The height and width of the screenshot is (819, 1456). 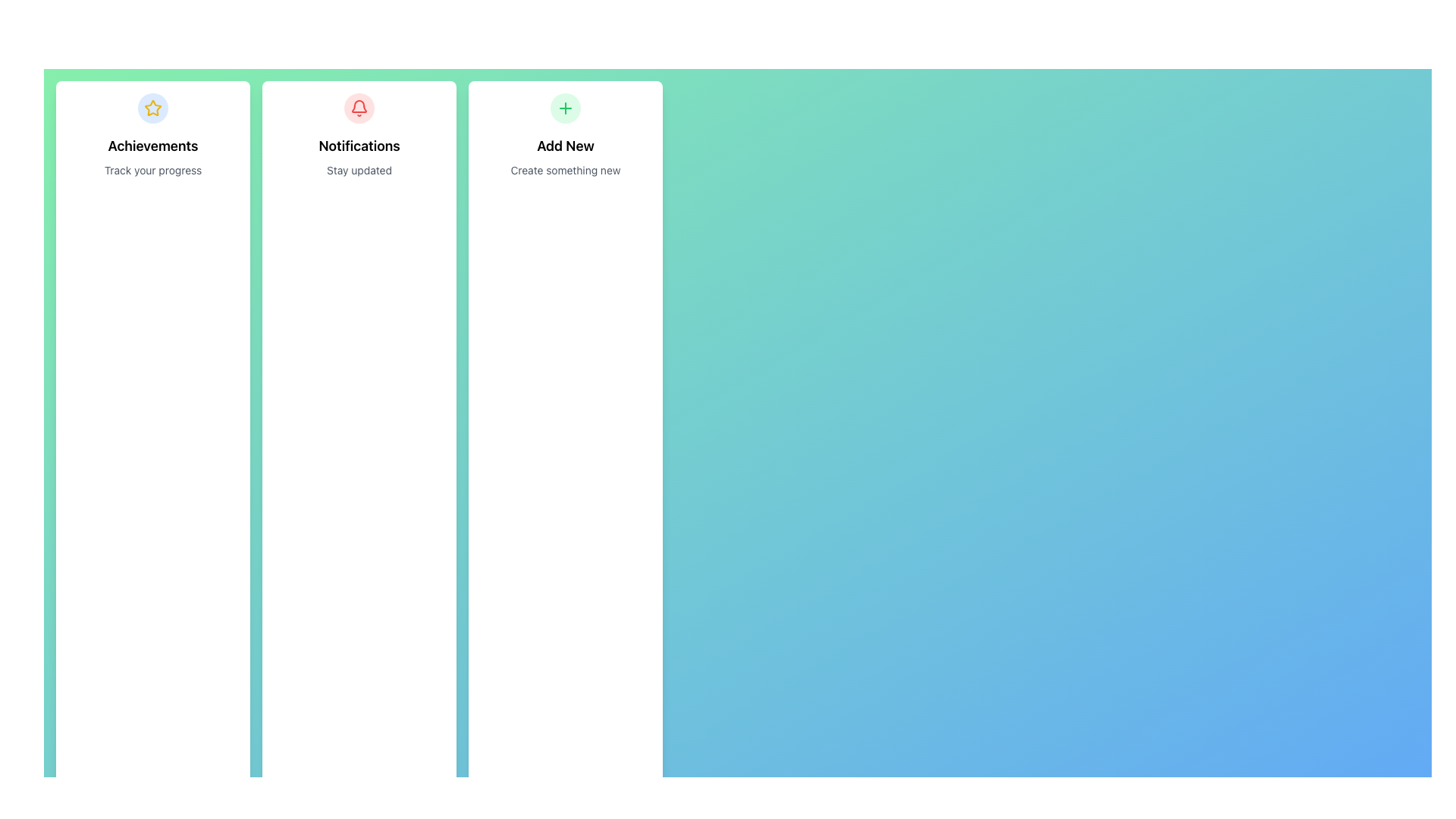 I want to click on the plus icon with a green border located in the 'Add New' section, which is vertically centered within a circular area, so click(x=564, y=107).